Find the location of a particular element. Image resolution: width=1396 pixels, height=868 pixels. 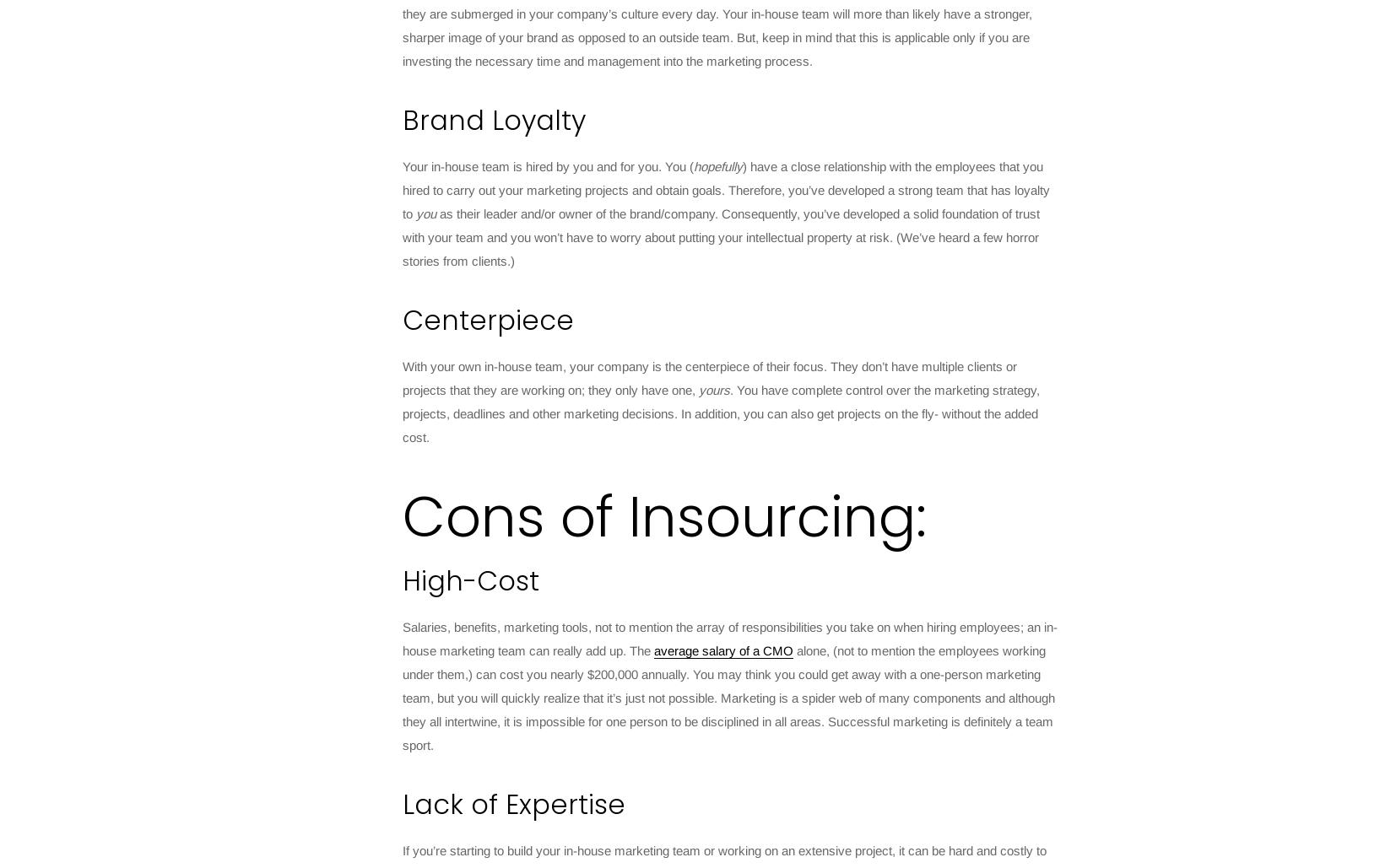

'hopefully' is located at coordinates (694, 166).